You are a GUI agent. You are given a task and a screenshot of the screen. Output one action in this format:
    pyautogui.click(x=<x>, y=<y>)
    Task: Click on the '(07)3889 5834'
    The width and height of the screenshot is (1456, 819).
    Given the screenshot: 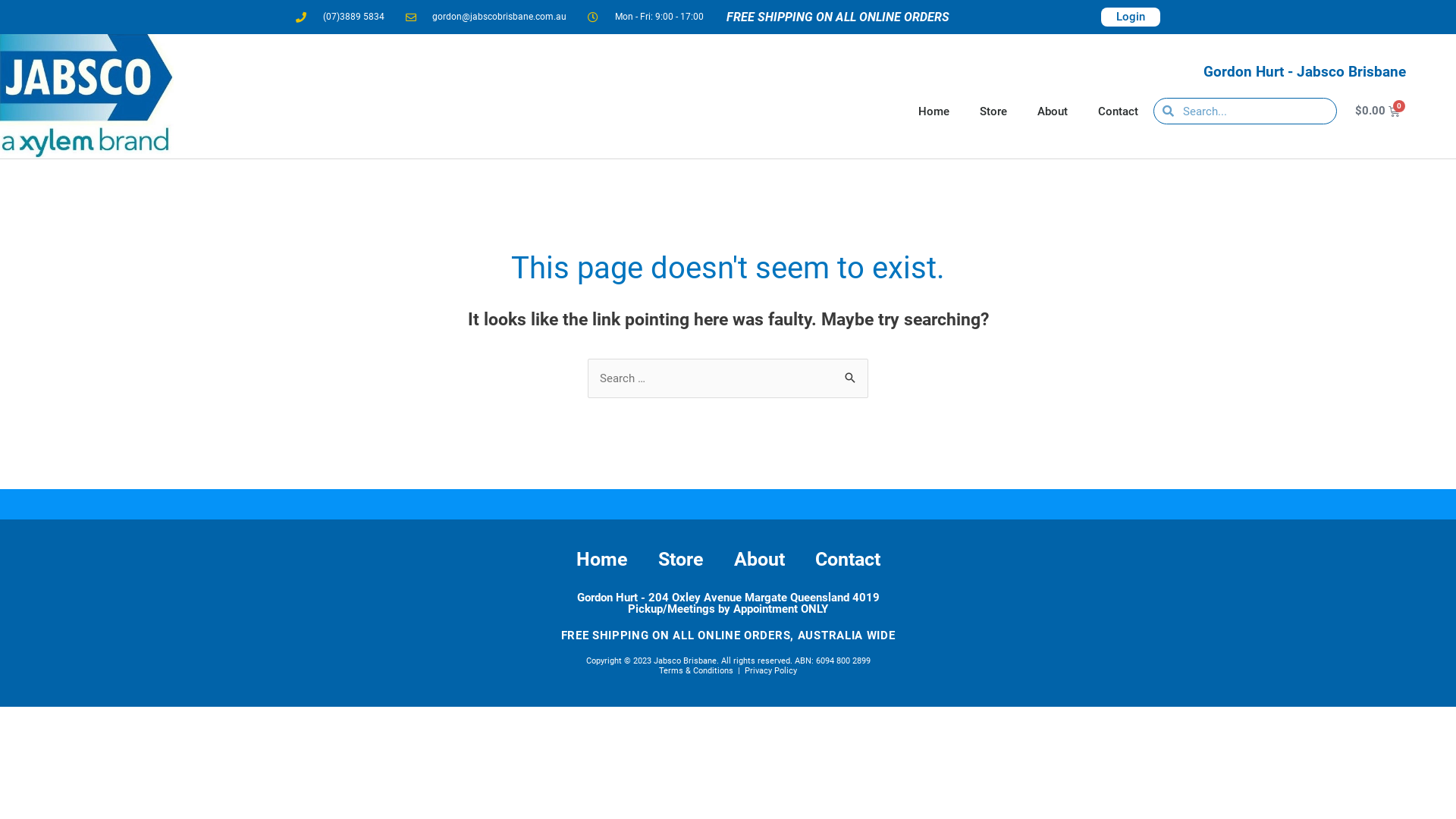 What is the action you would take?
    pyautogui.click(x=339, y=17)
    